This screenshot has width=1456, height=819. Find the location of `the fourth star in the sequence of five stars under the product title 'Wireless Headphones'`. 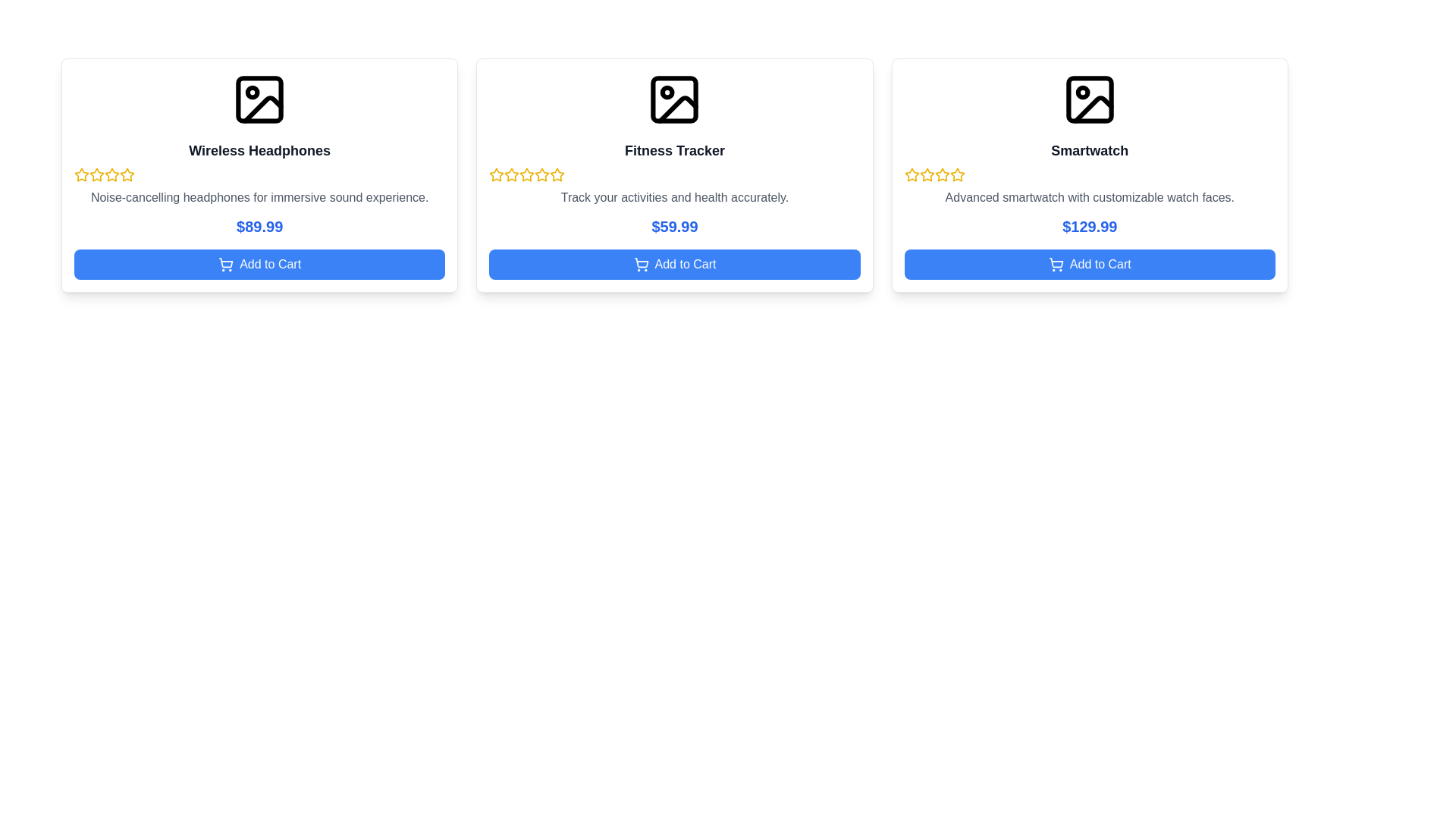

the fourth star in the sequence of five stars under the product title 'Wireless Headphones' is located at coordinates (111, 174).